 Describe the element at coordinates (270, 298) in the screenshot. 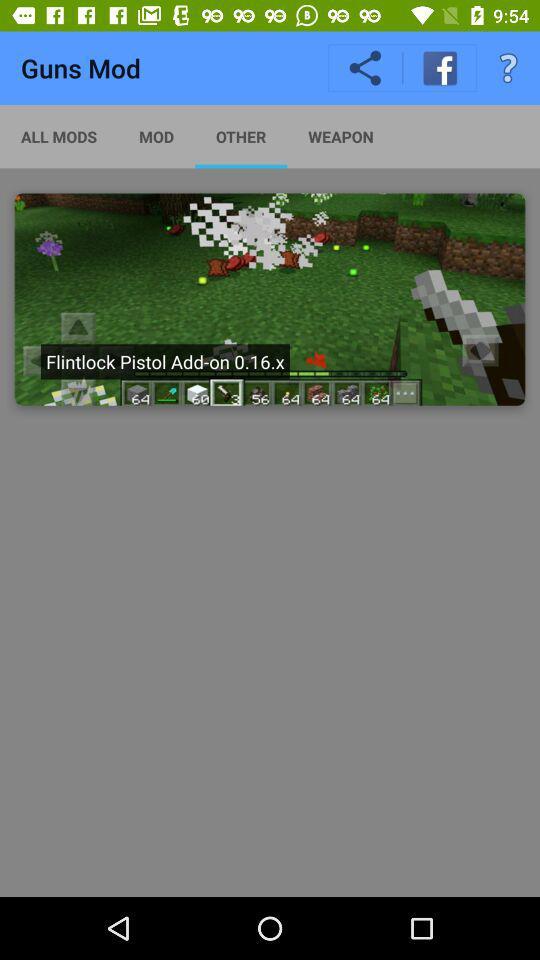

I see `flintlock pistol add-on 0.16.x minecraft thumbnail` at that location.